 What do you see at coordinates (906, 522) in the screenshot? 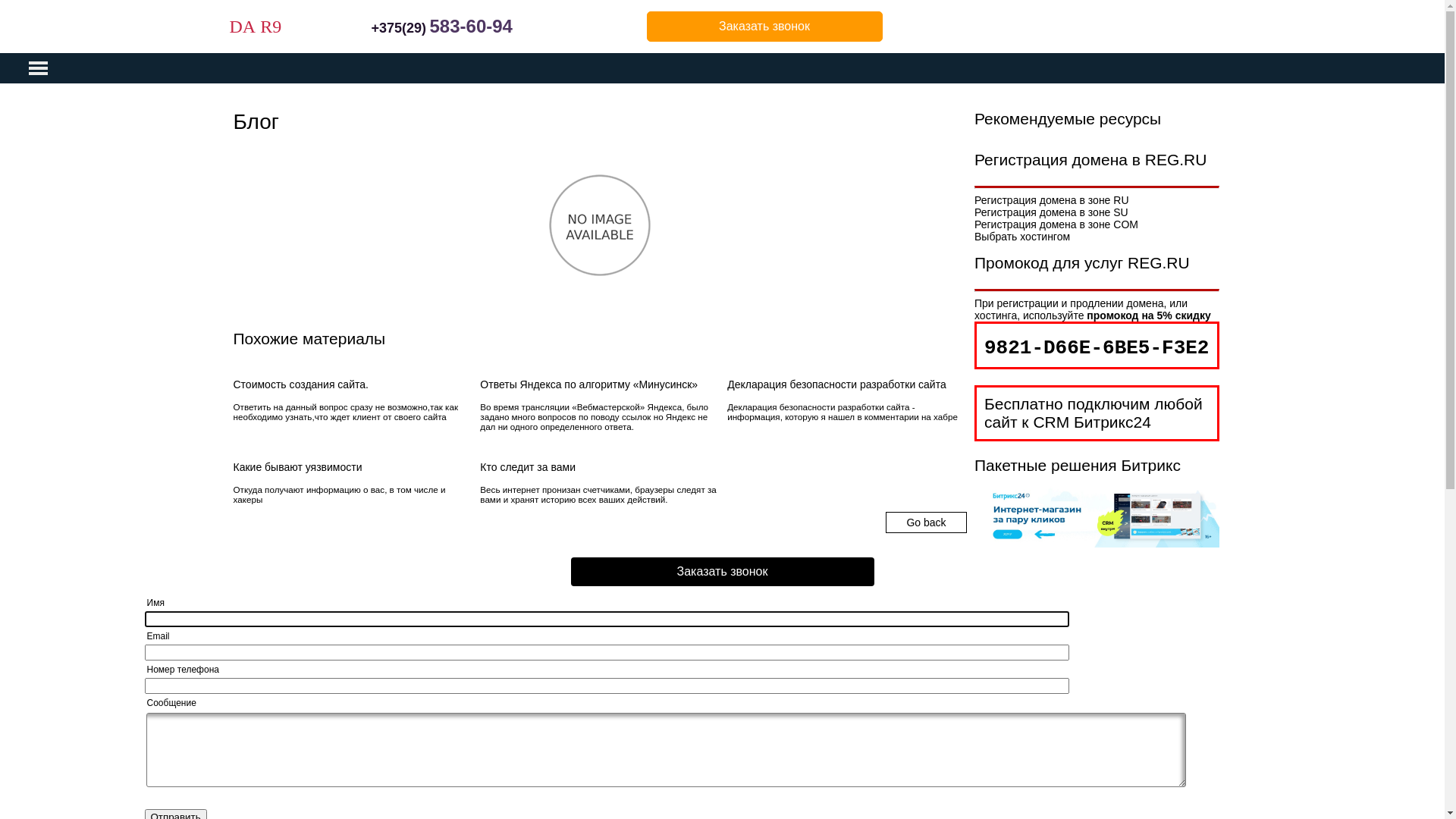
I see `'Go back'` at bounding box center [906, 522].